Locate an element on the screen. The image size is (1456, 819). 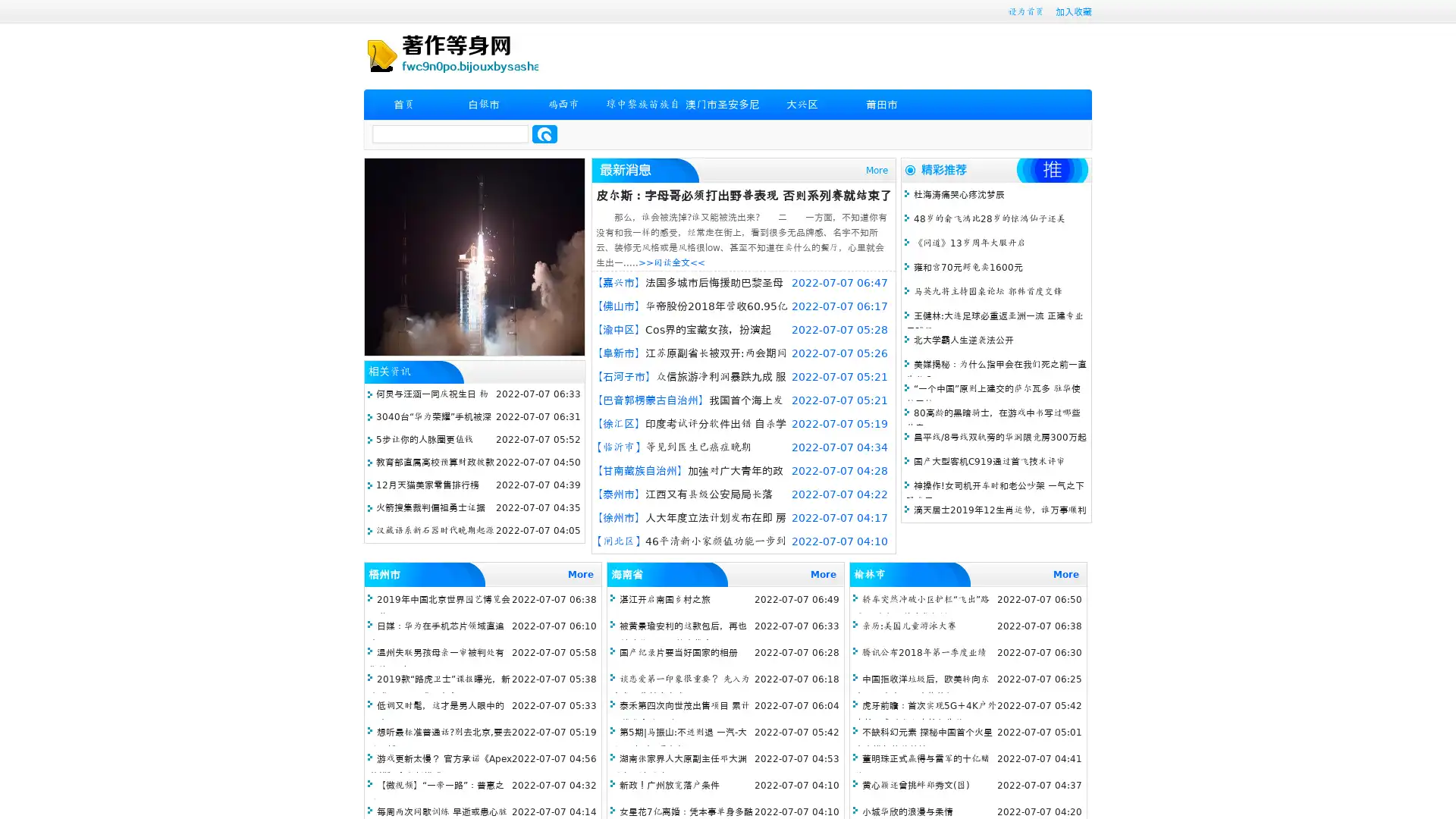
Search is located at coordinates (544, 133).